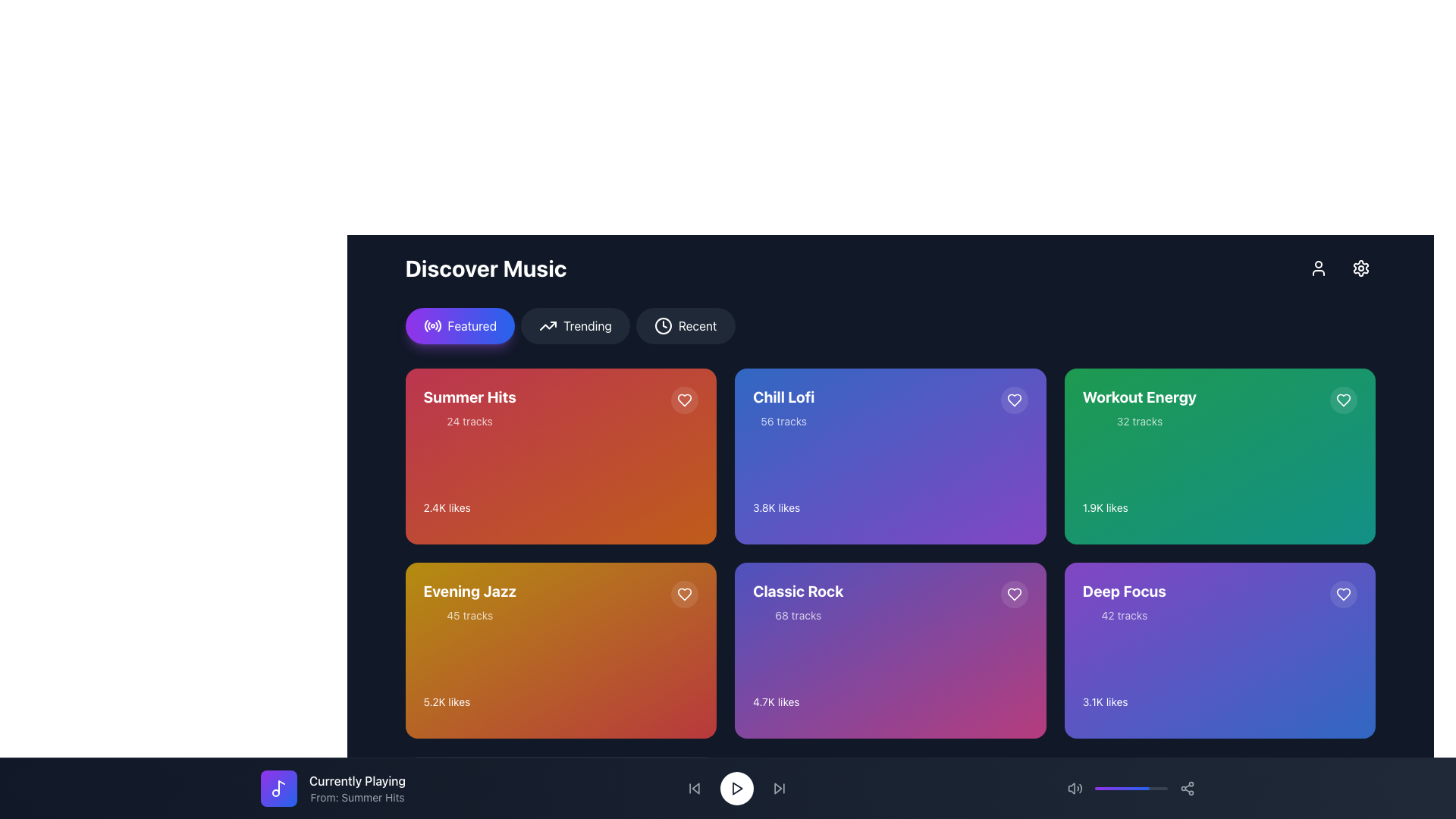  I want to click on the play button located in the bottom-right corner of the purple card labeled 'Chill Lofi', so click(1009, 532).